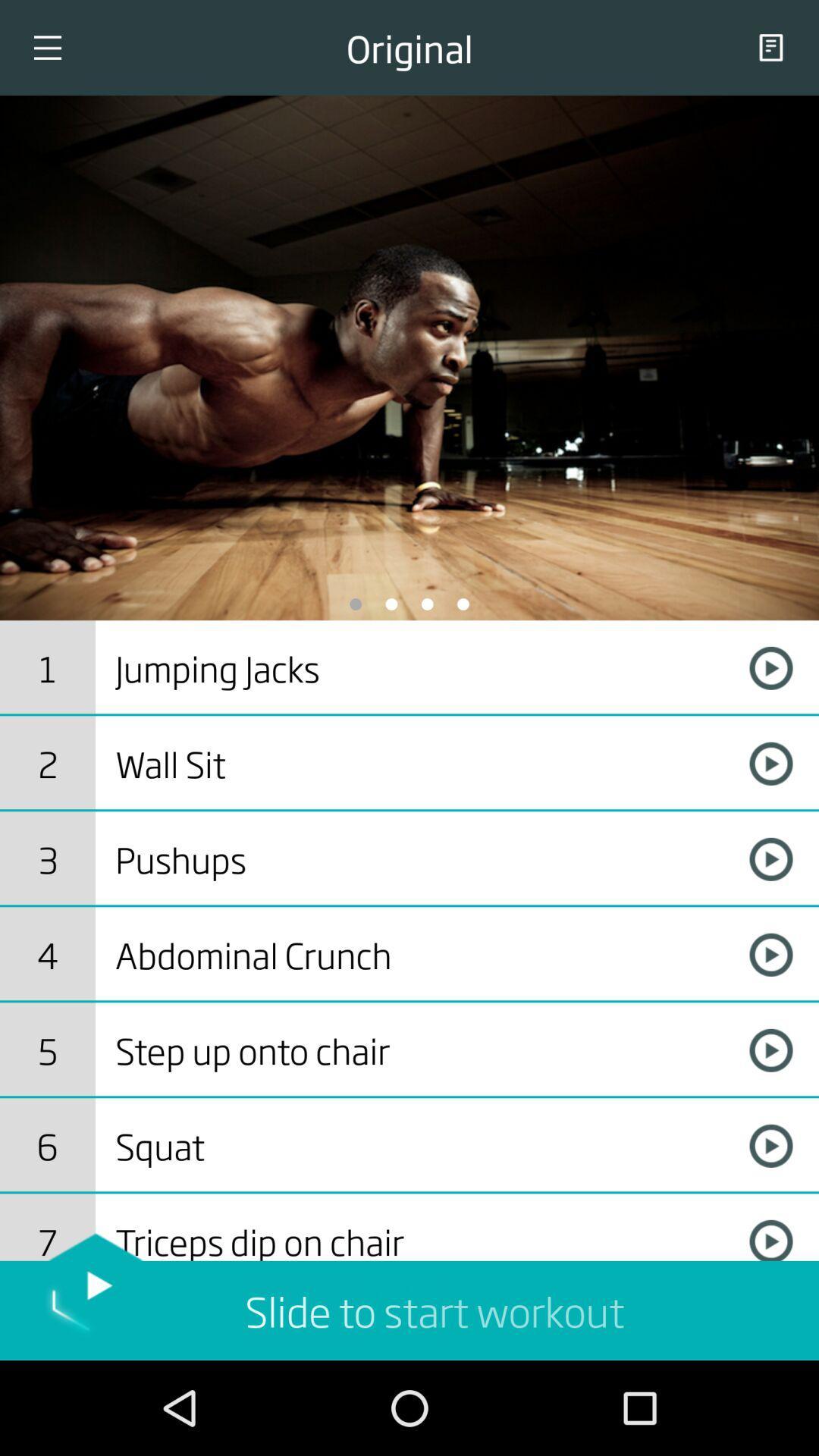 This screenshot has width=819, height=1456. I want to click on the play icon, so click(771, 1228).